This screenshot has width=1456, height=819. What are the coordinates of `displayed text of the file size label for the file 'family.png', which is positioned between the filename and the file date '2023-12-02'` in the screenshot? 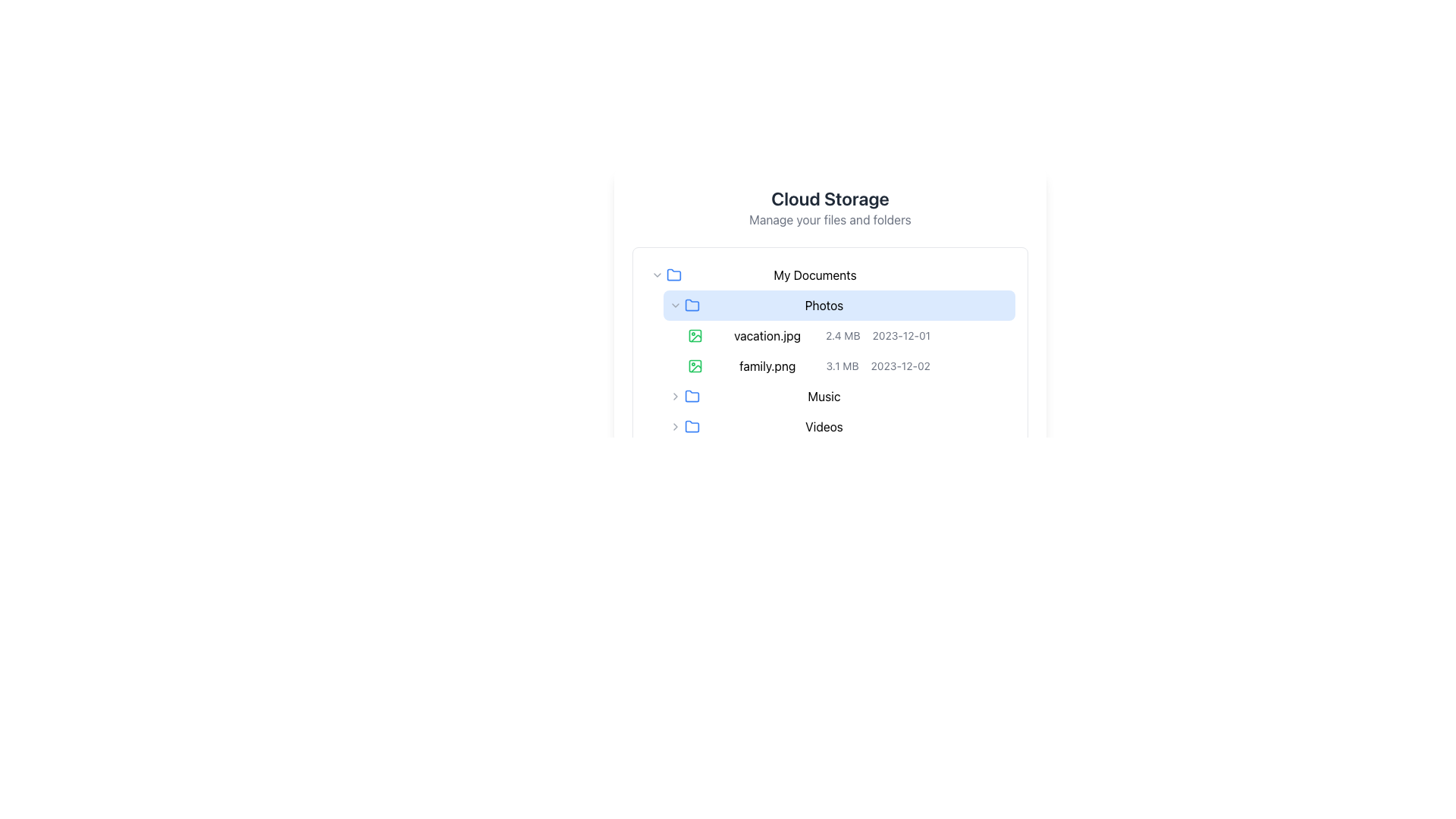 It's located at (842, 366).